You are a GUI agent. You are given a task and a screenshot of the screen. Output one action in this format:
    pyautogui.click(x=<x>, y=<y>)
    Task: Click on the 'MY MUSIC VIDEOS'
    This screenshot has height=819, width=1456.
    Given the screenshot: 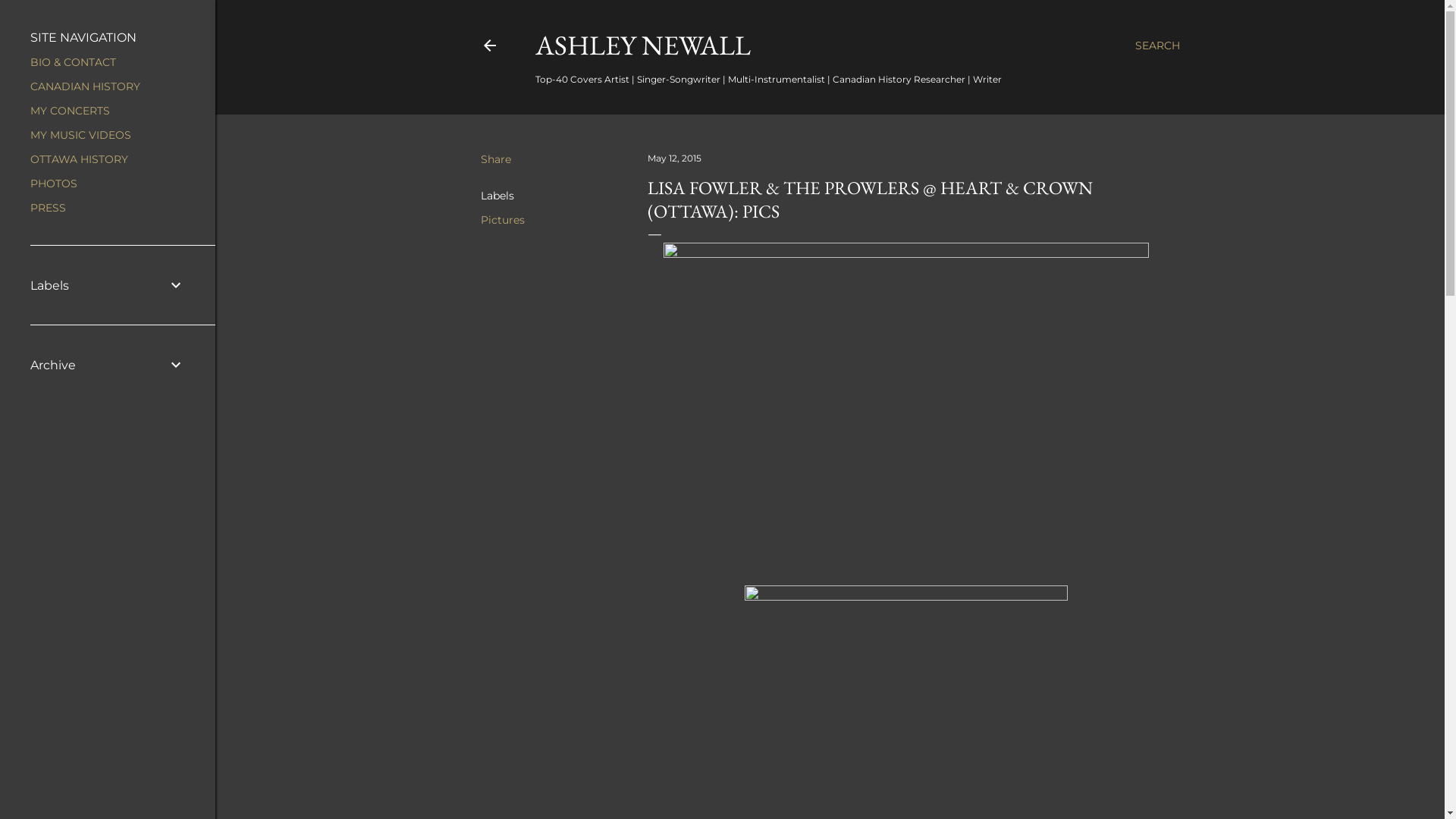 What is the action you would take?
    pyautogui.click(x=30, y=133)
    